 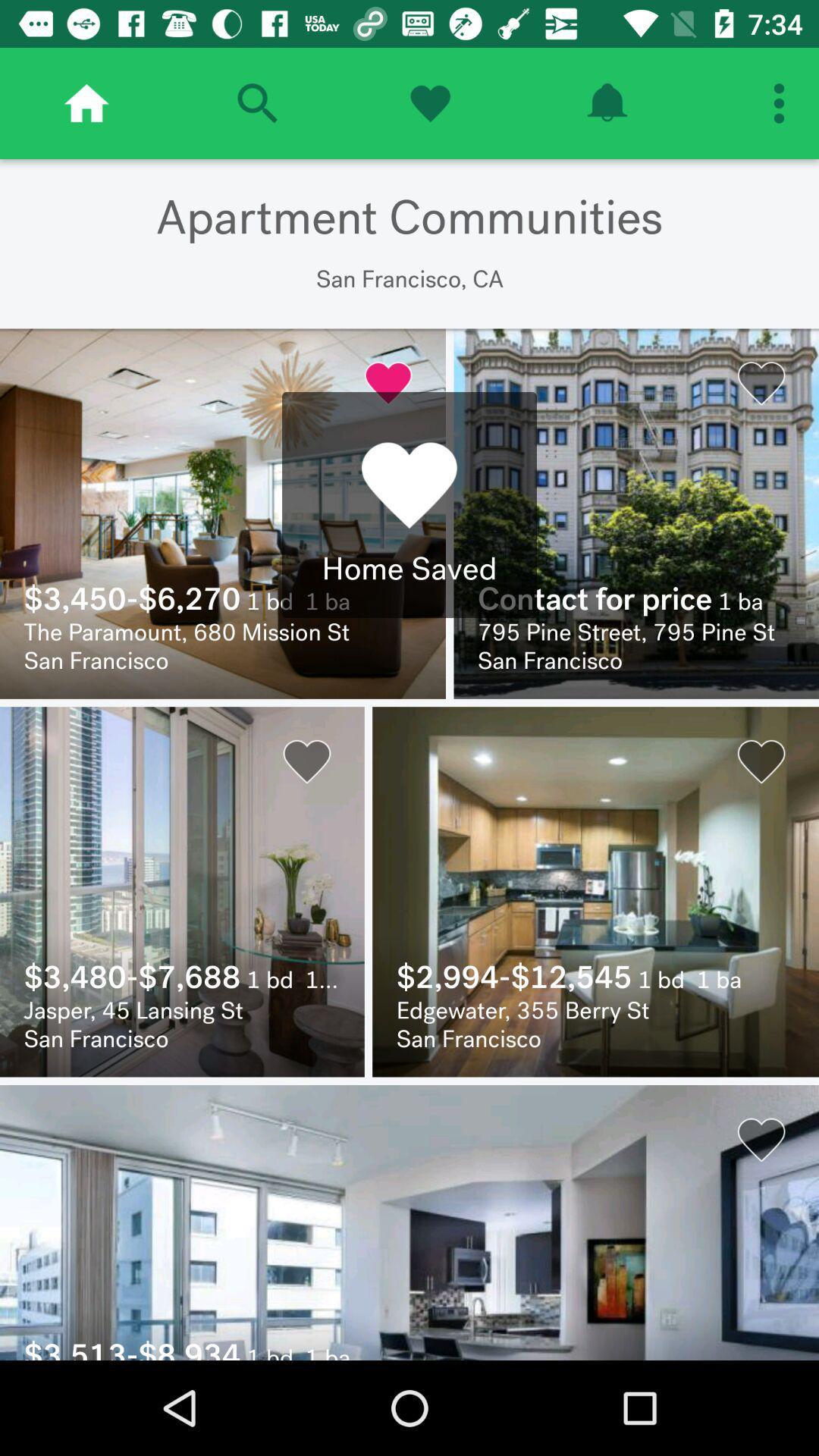 What do you see at coordinates (256, 102) in the screenshot?
I see `search button for apartments` at bounding box center [256, 102].